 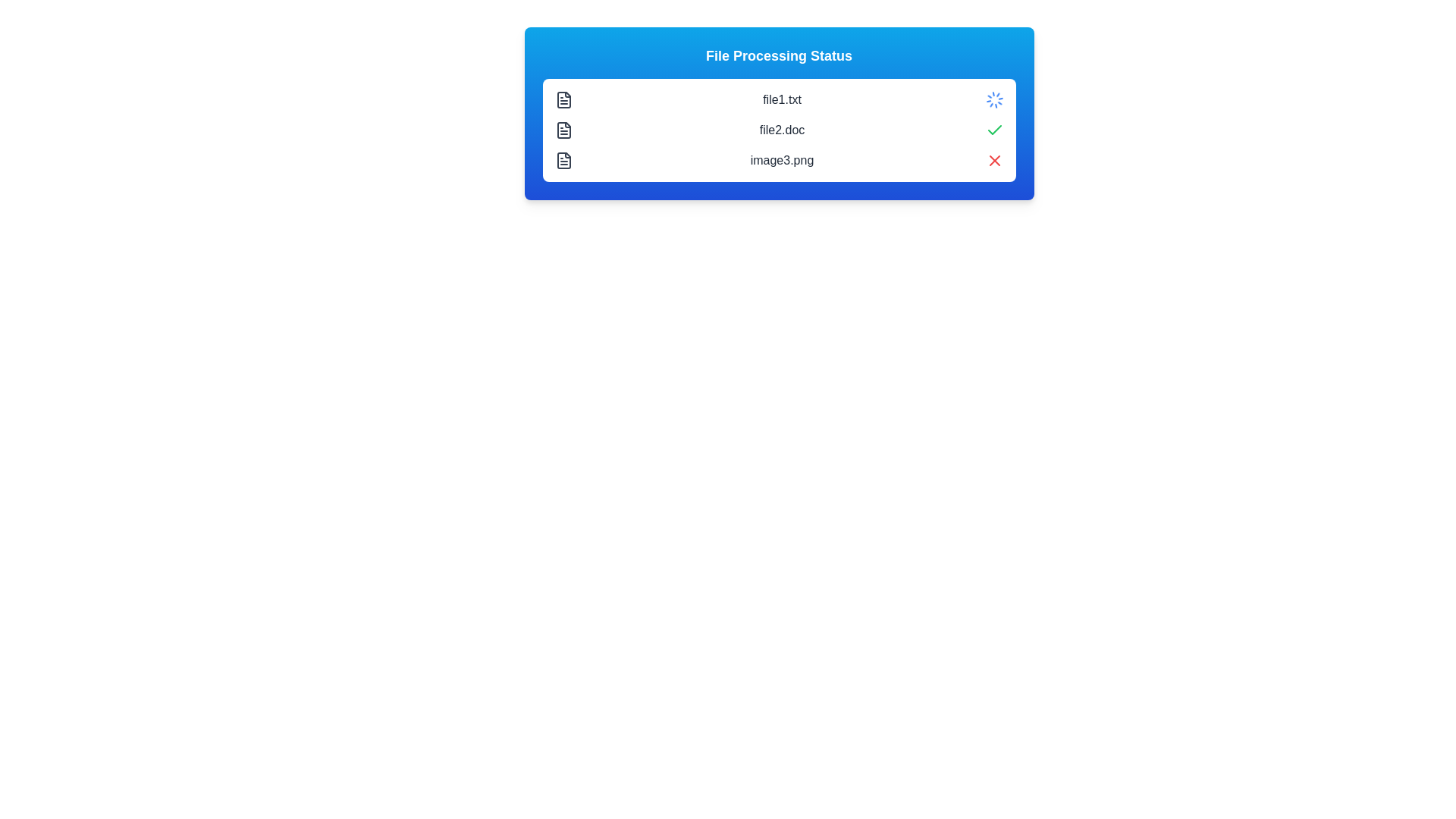 What do you see at coordinates (779, 130) in the screenshot?
I see `filename 'file2.doc' and its processing status from the second row of the 'File Processing Status' panel, which is visually indicated by a green checkmark icon` at bounding box center [779, 130].